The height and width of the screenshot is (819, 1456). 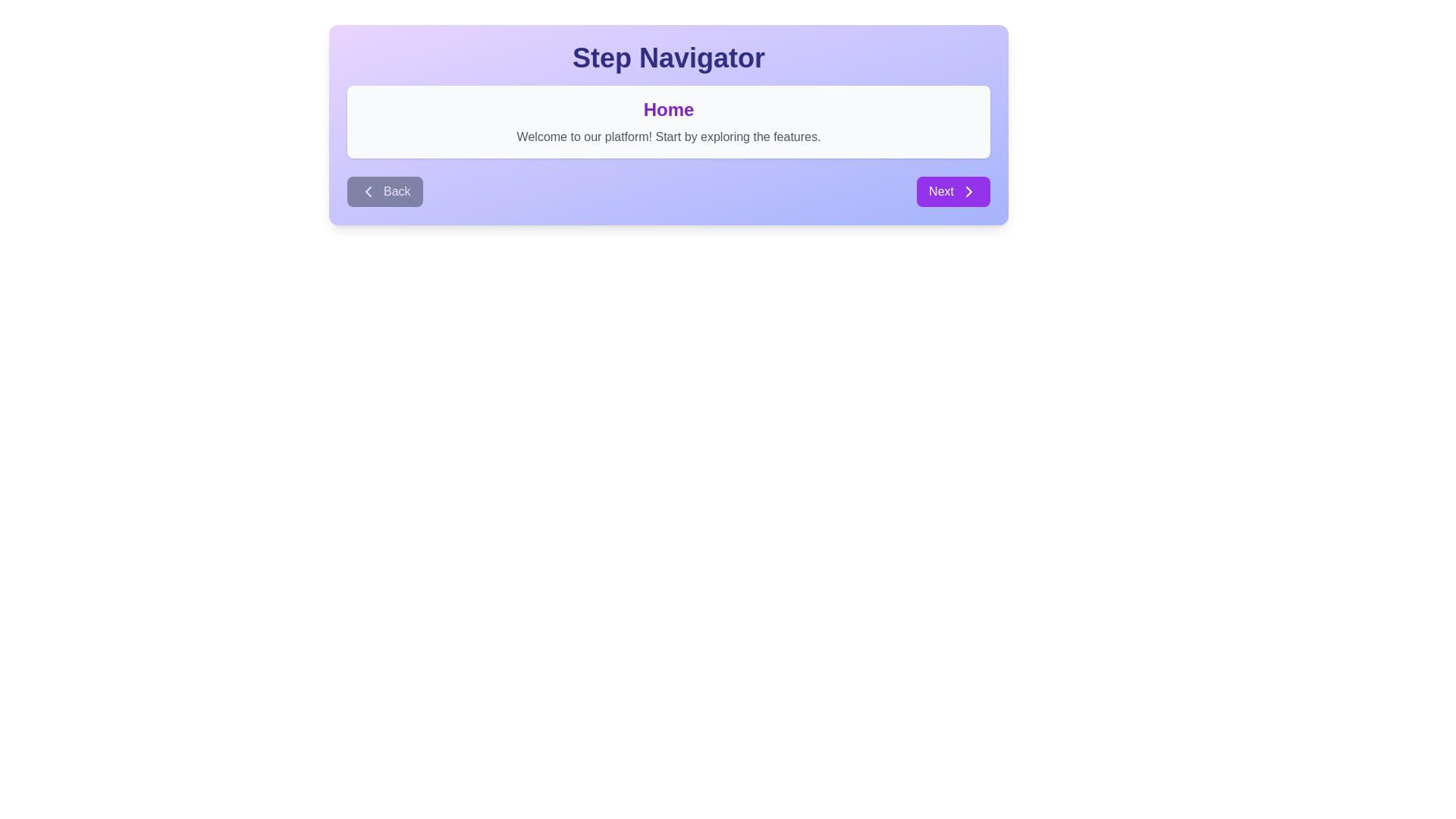 What do you see at coordinates (668, 109) in the screenshot?
I see `the 'Home' text label, which is a large, bold purple font displayed at the top of a card, directly above a welcome message` at bounding box center [668, 109].